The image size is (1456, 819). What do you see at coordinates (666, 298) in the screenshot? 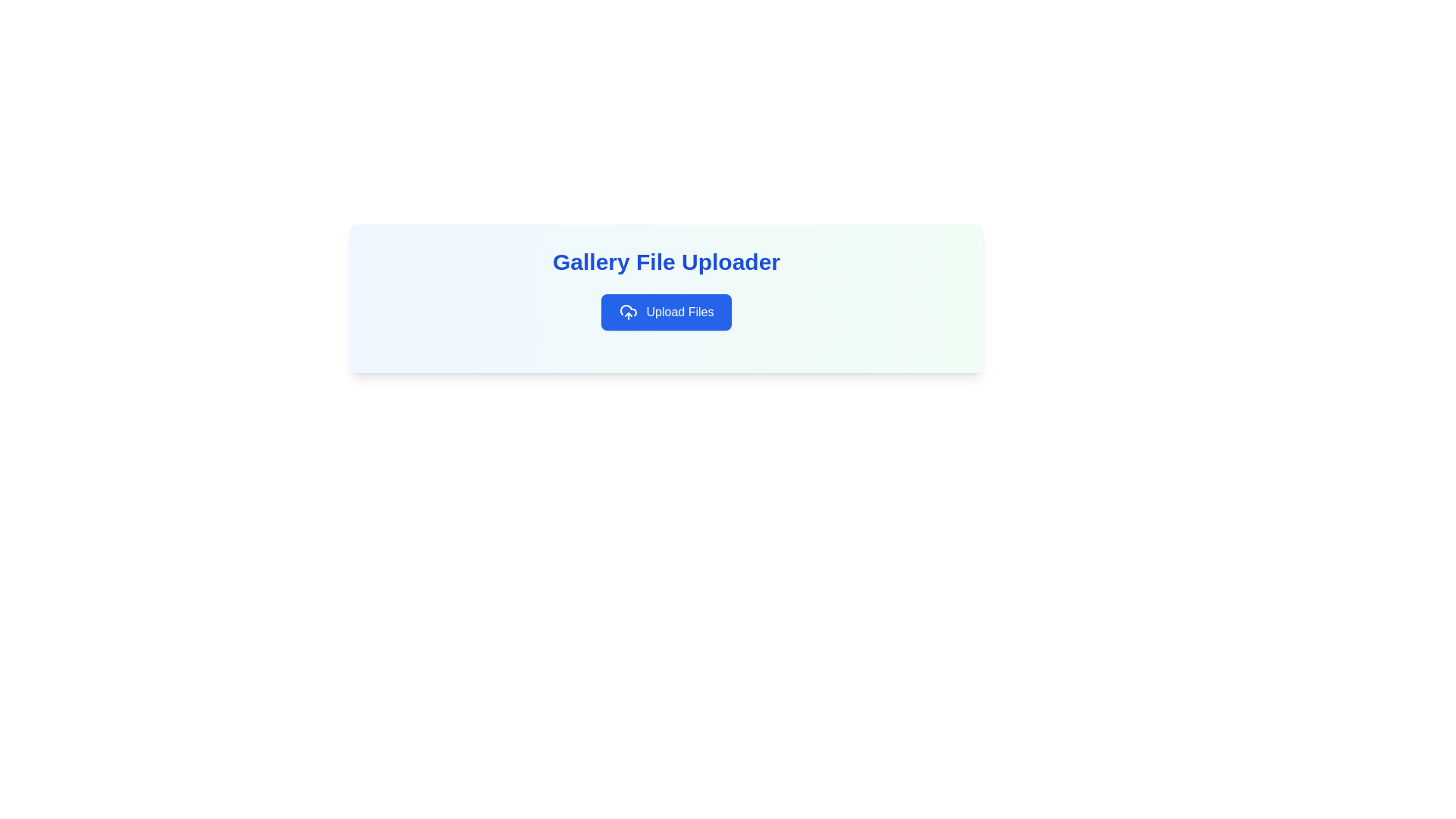
I see `the 'Upload Files' button in the Gallery File Uploader interface` at bounding box center [666, 298].